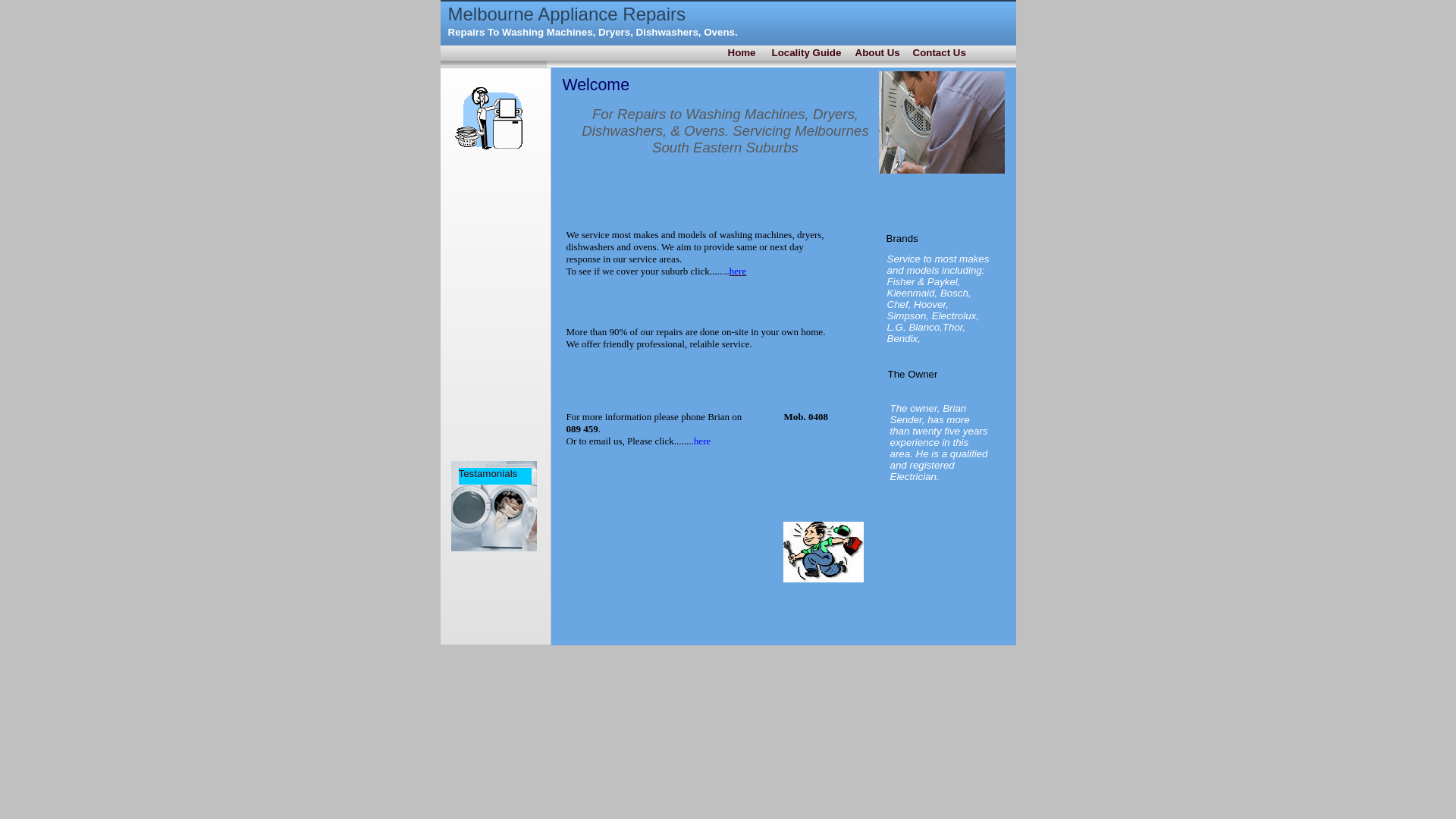  Describe the element at coordinates (938, 52) in the screenshot. I see `'Contact Us'` at that location.